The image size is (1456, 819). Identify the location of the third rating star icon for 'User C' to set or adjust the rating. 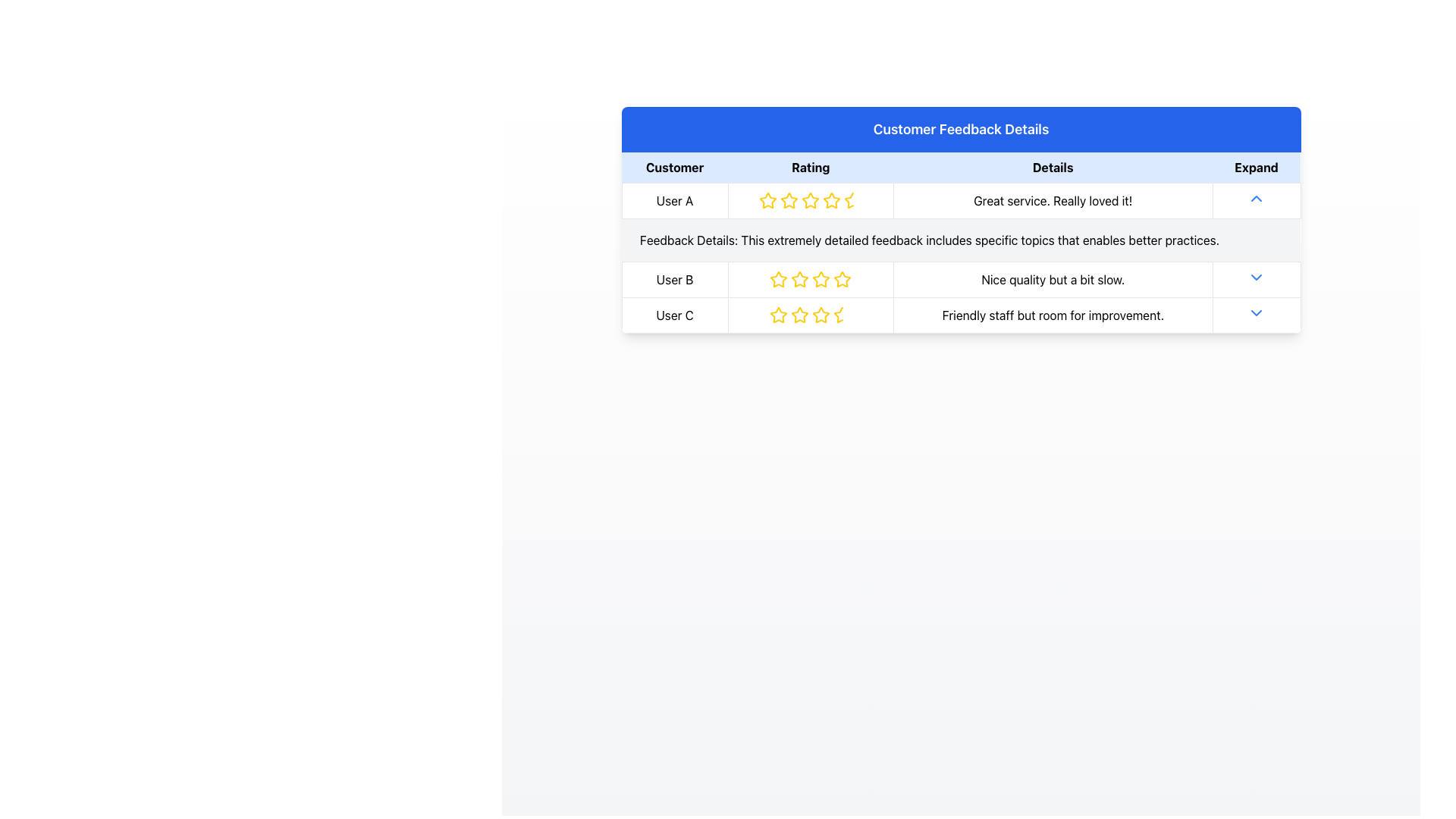
(799, 315).